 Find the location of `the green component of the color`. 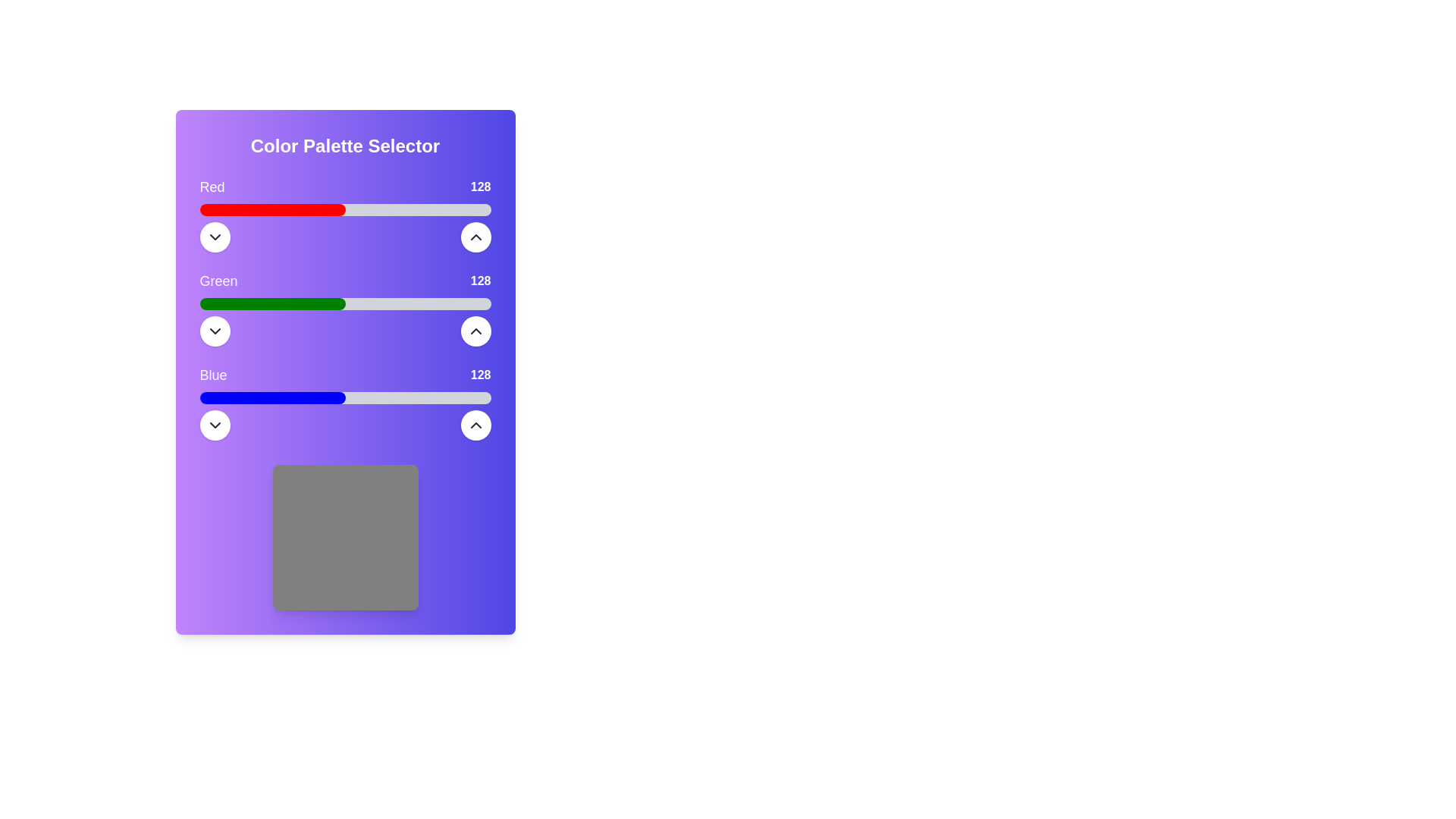

the green component of the color is located at coordinates (230, 304).